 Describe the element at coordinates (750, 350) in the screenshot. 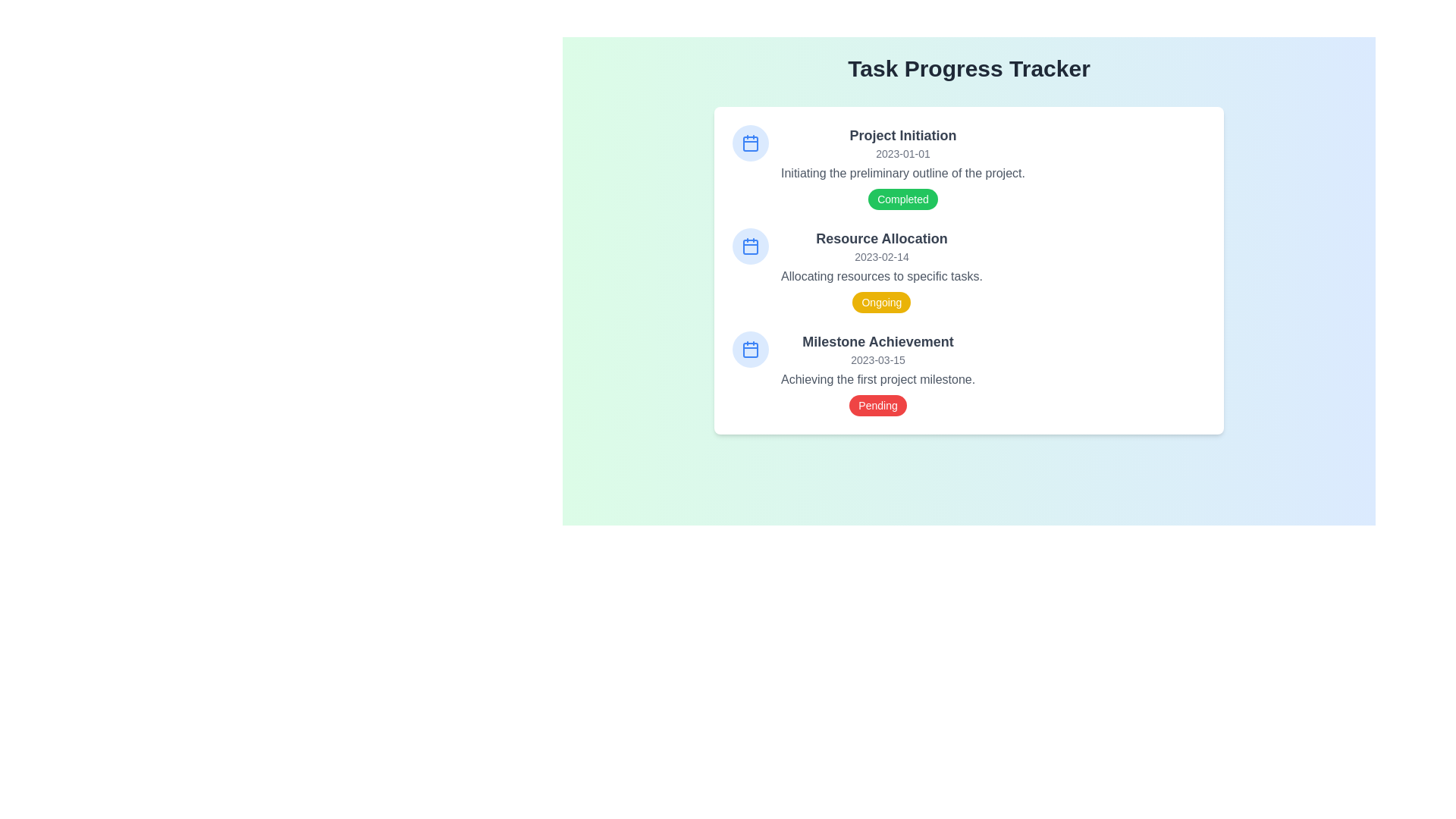

I see `the rounded blue icon button with a calendar icon located to the left of the 'Milestone Achievement' section, which displays the date 2023-03-15` at that location.